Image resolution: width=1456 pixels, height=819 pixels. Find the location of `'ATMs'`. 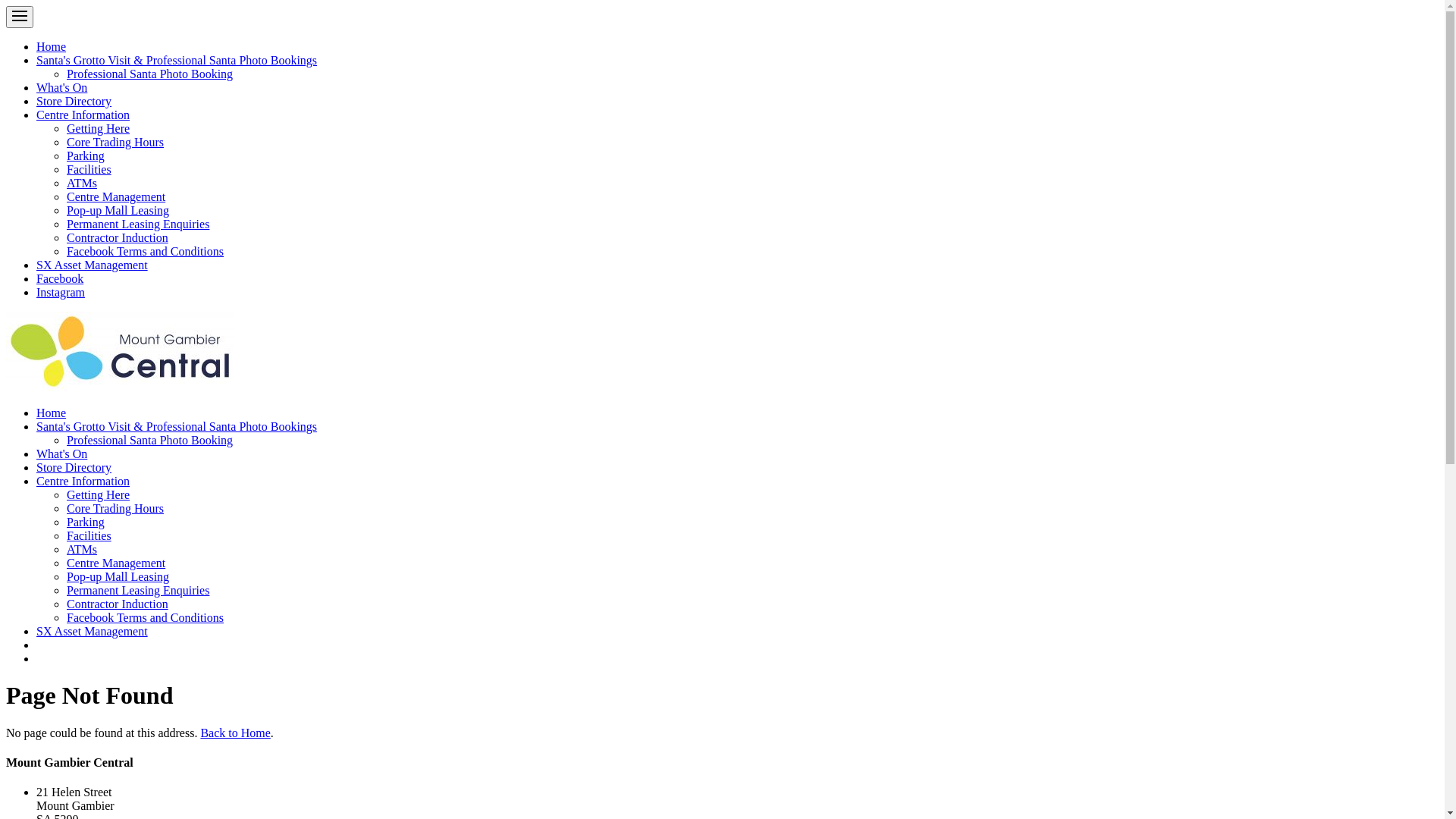

'ATMs' is located at coordinates (65, 182).